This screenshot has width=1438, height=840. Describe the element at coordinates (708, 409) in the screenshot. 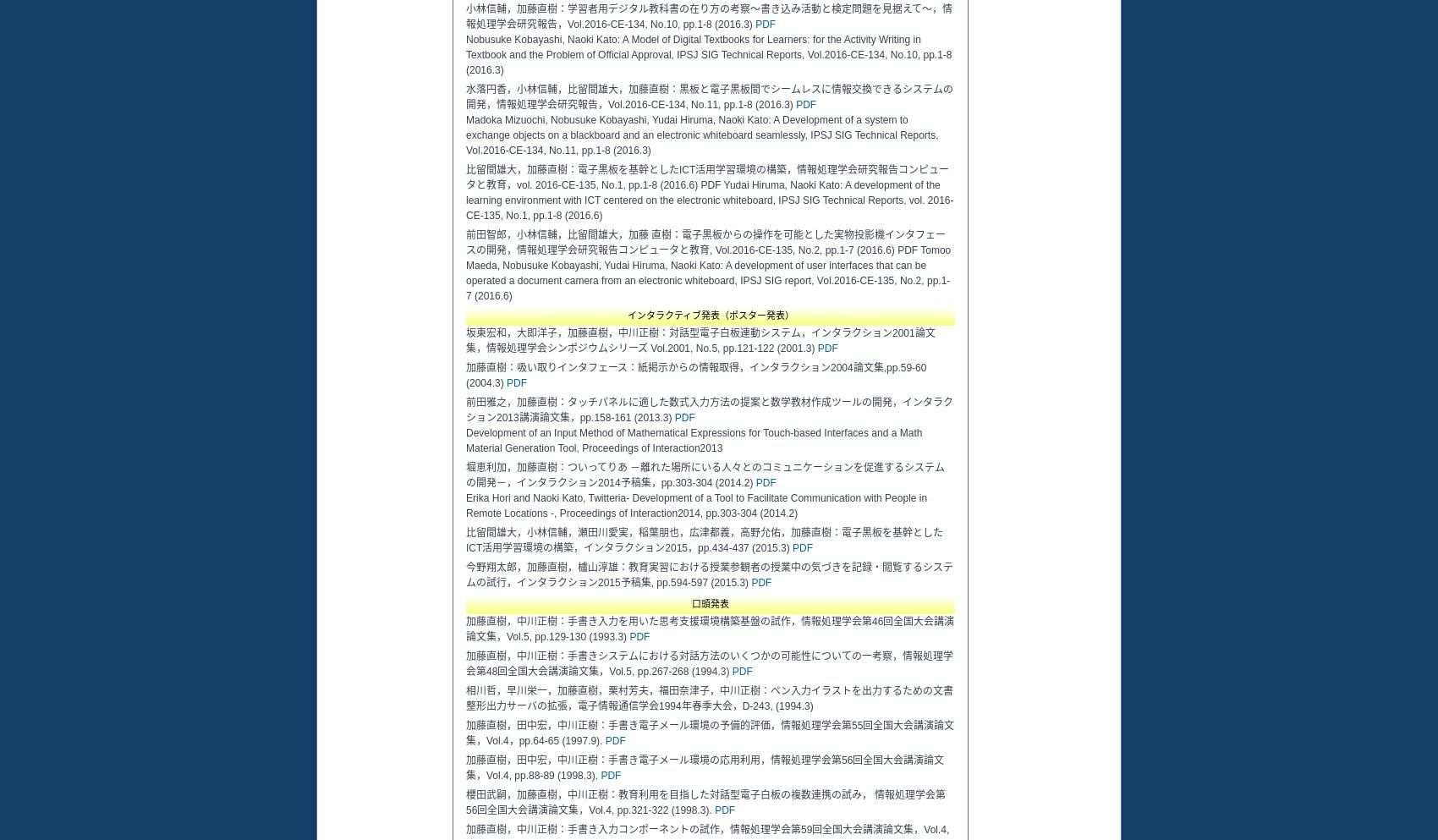

I see `'前田雅之，加藤直樹：タッチパネルに適した数式入力方法の提案と数学教材作成ツールの開発，インタラクション2013講演論文集，pp.158-161 (2013.3)'` at that location.